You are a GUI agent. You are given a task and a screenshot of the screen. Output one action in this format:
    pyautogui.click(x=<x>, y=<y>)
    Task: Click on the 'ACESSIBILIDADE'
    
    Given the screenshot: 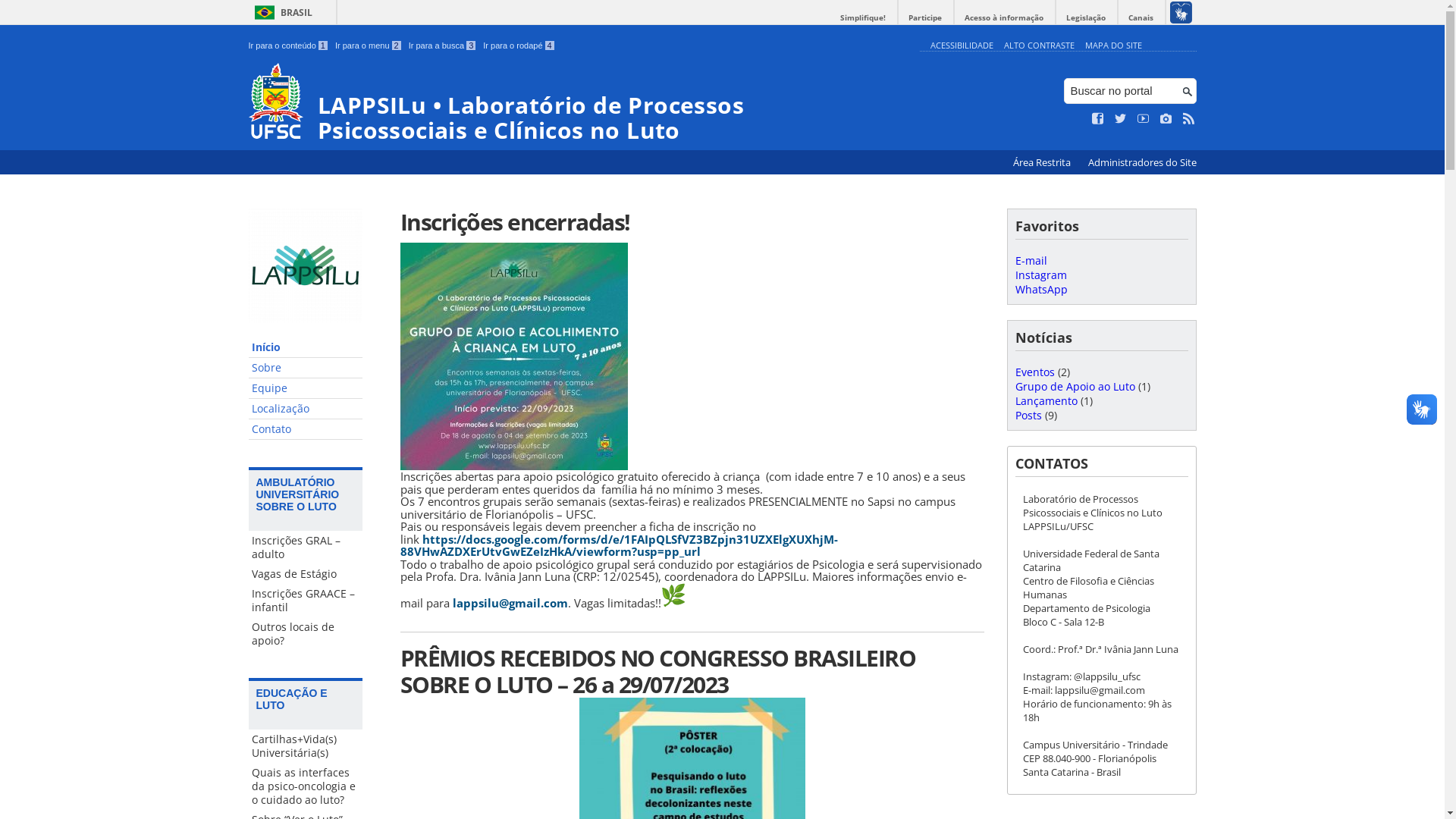 What is the action you would take?
    pyautogui.click(x=960, y=44)
    